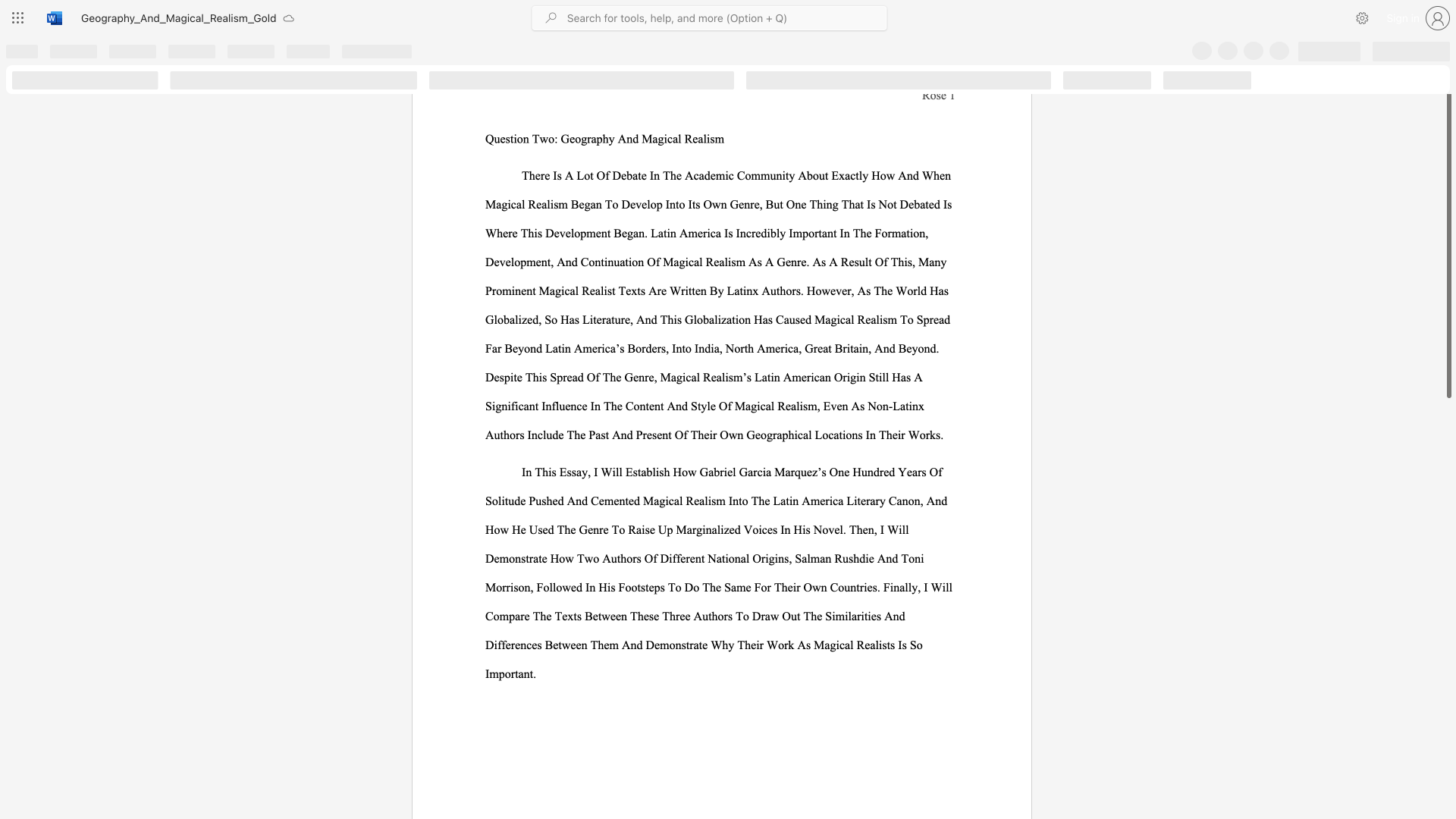 The width and height of the screenshot is (1456, 819). I want to click on the scrollbar on the right side to scroll the page down, so click(1448, 469).